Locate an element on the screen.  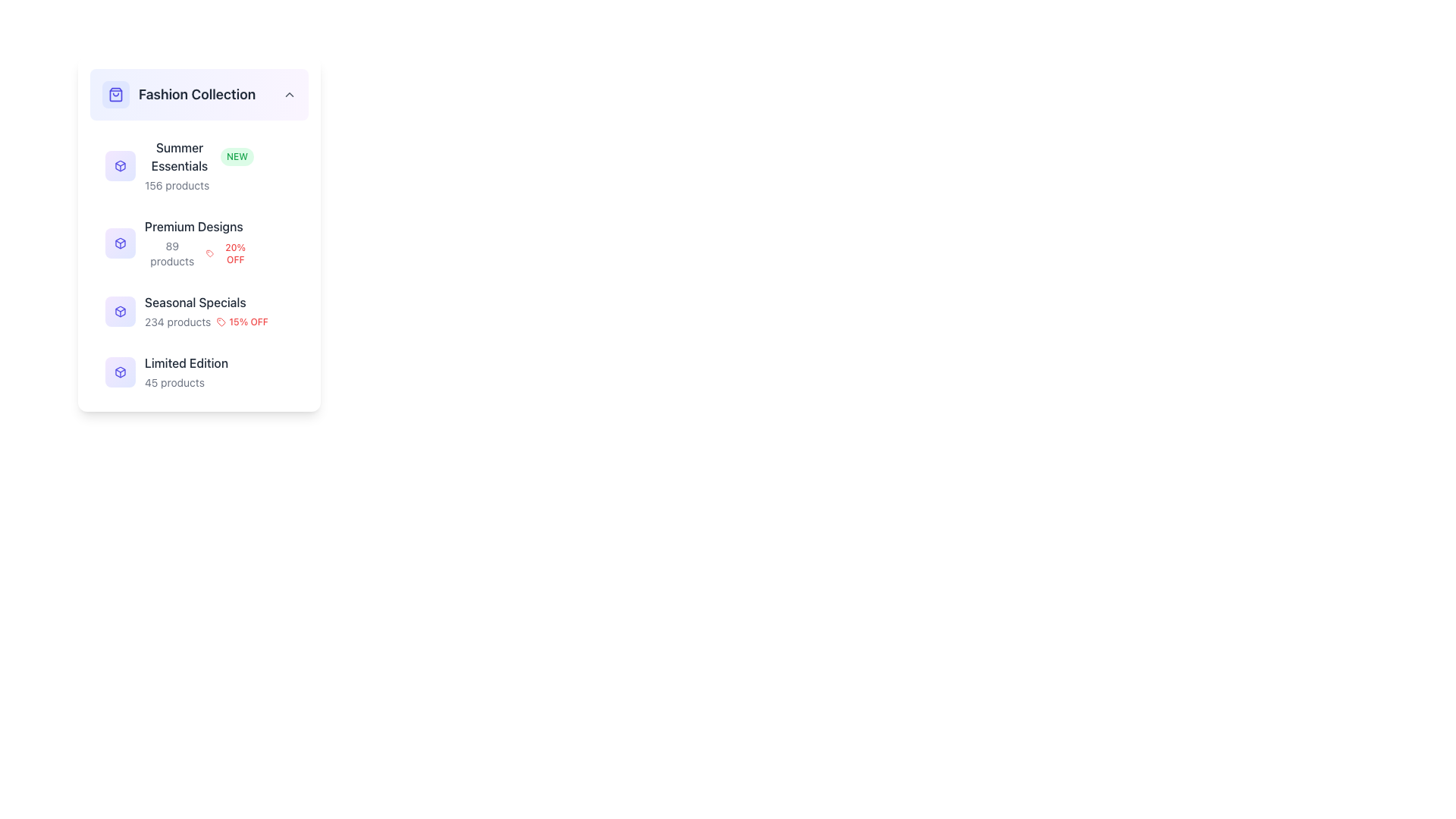
the 'Seasonal Specials' list item in the 'Fashion Collection' menu is located at coordinates (192, 311).